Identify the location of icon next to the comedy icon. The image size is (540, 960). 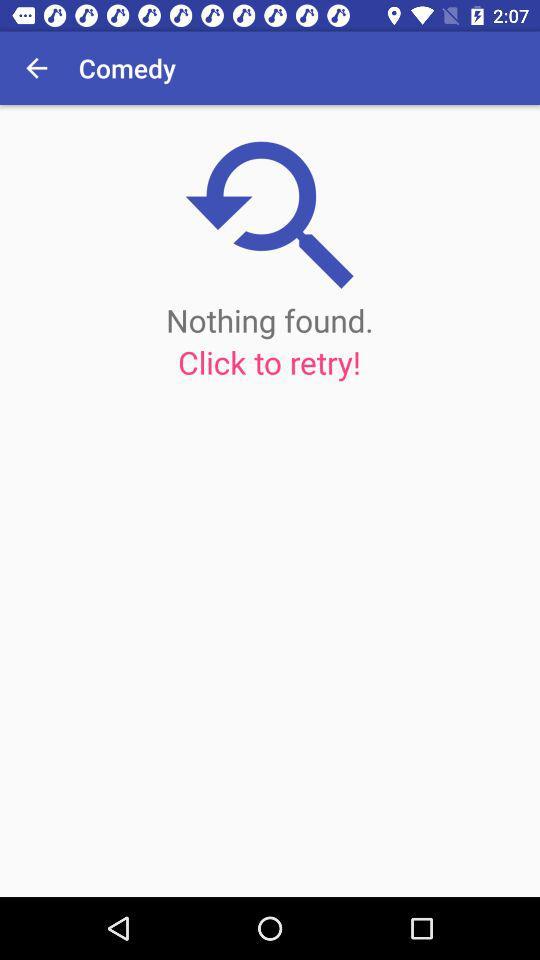
(36, 68).